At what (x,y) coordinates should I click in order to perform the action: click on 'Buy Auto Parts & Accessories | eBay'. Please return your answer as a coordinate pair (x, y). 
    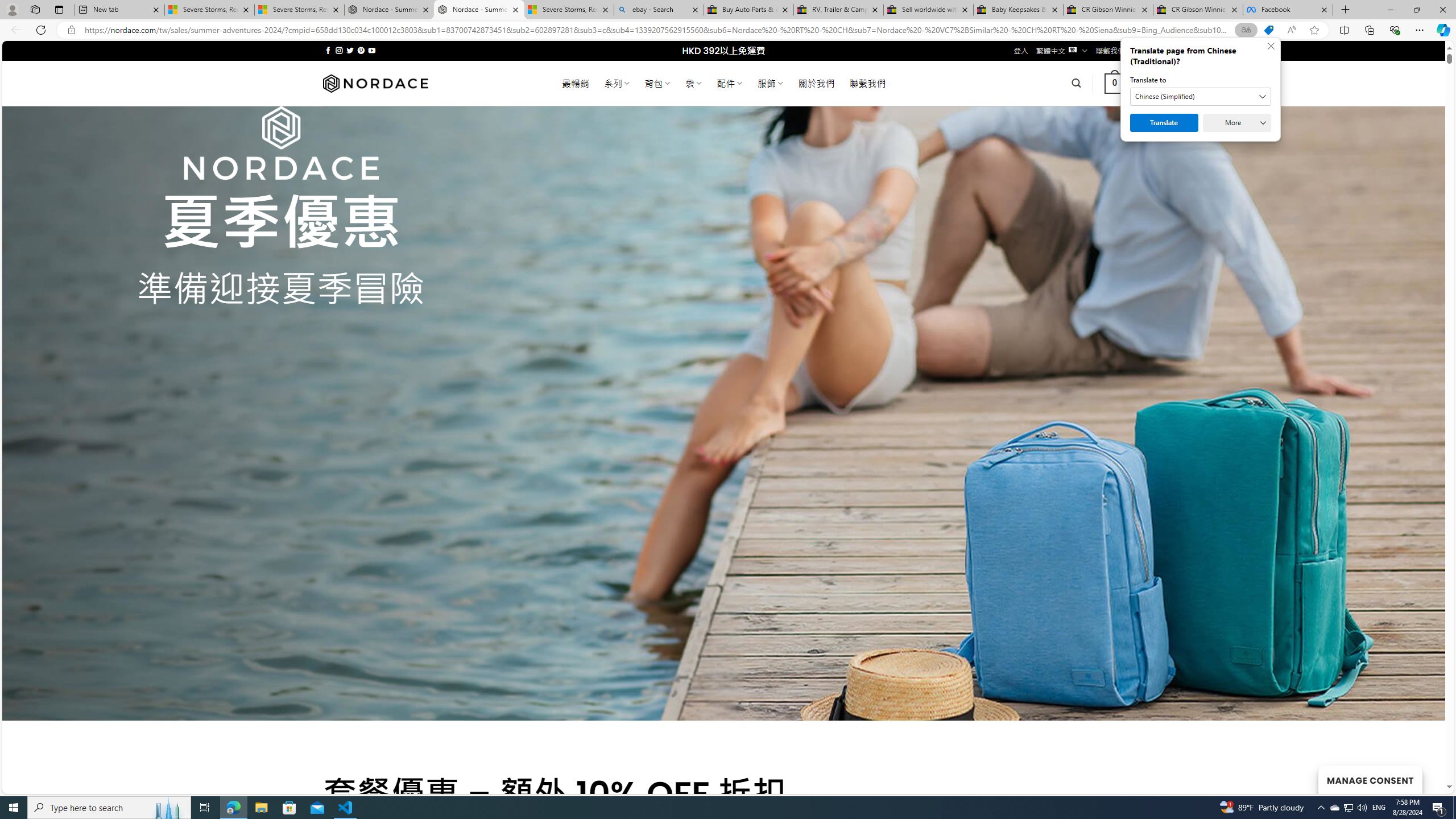
    Looking at the image, I should click on (747, 9).